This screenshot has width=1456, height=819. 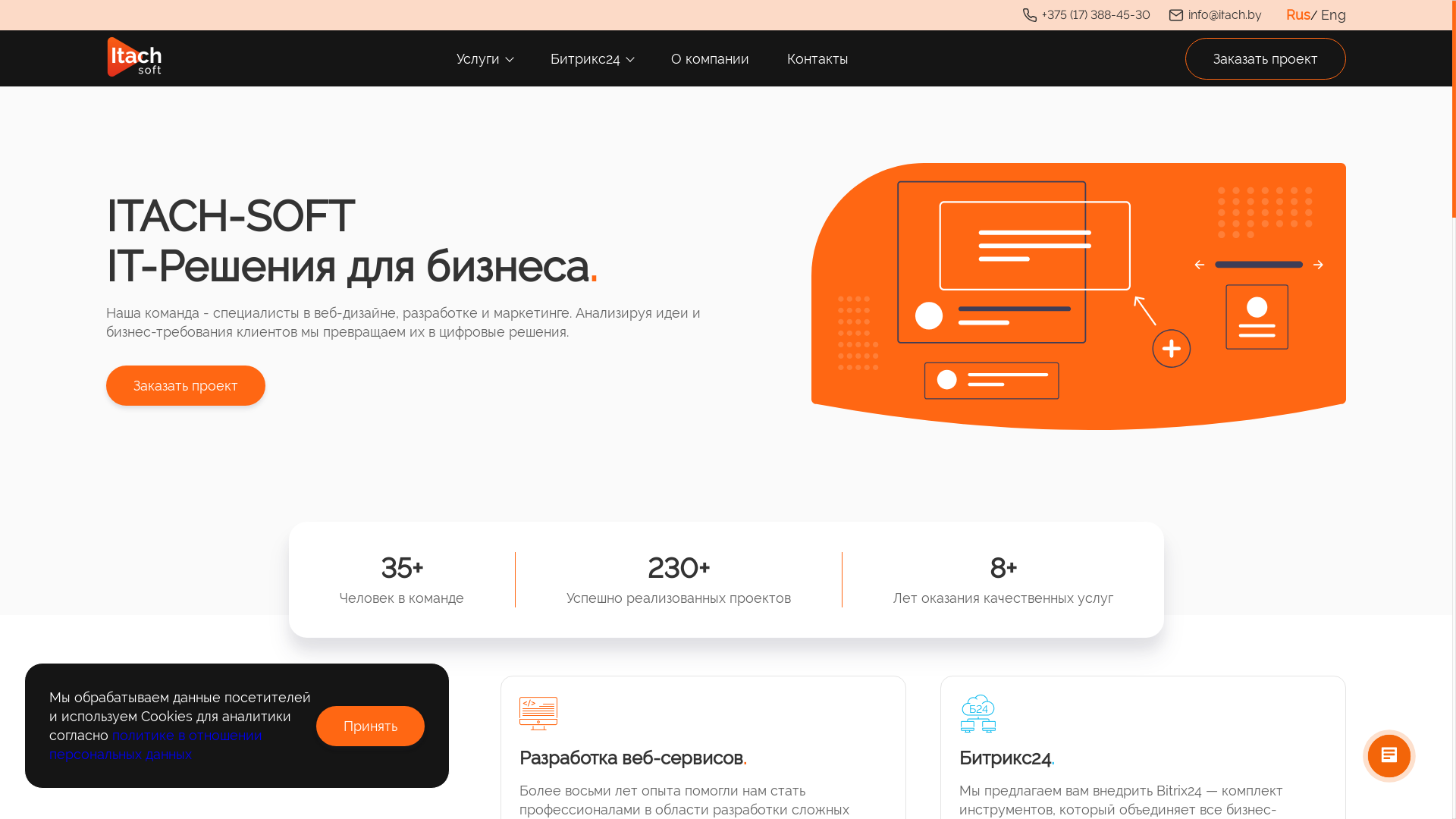 I want to click on '+375 (17) 388-45-30', so click(x=1085, y=14).